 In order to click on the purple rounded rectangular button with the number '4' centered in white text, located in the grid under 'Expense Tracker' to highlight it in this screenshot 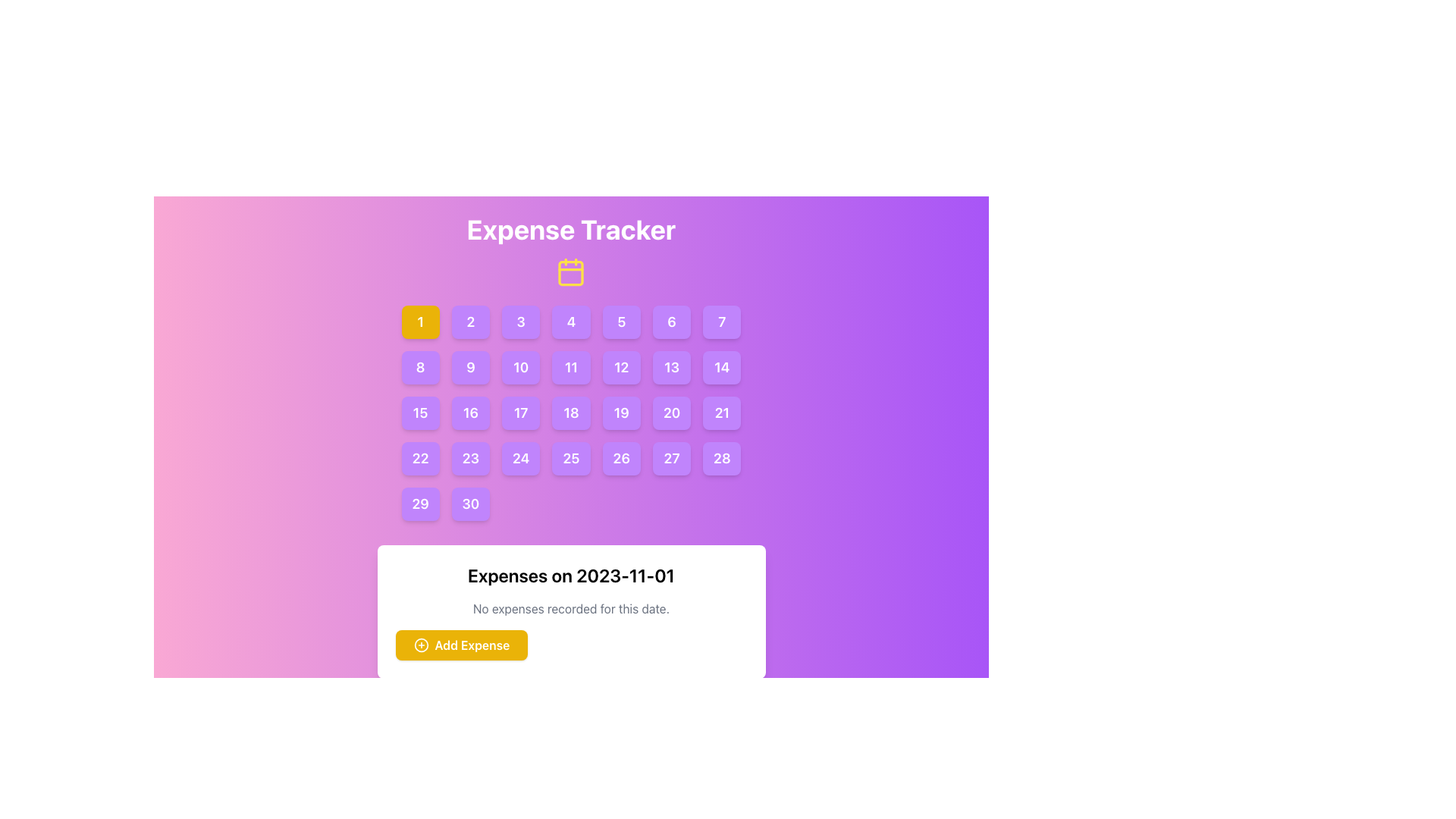, I will do `click(570, 321)`.